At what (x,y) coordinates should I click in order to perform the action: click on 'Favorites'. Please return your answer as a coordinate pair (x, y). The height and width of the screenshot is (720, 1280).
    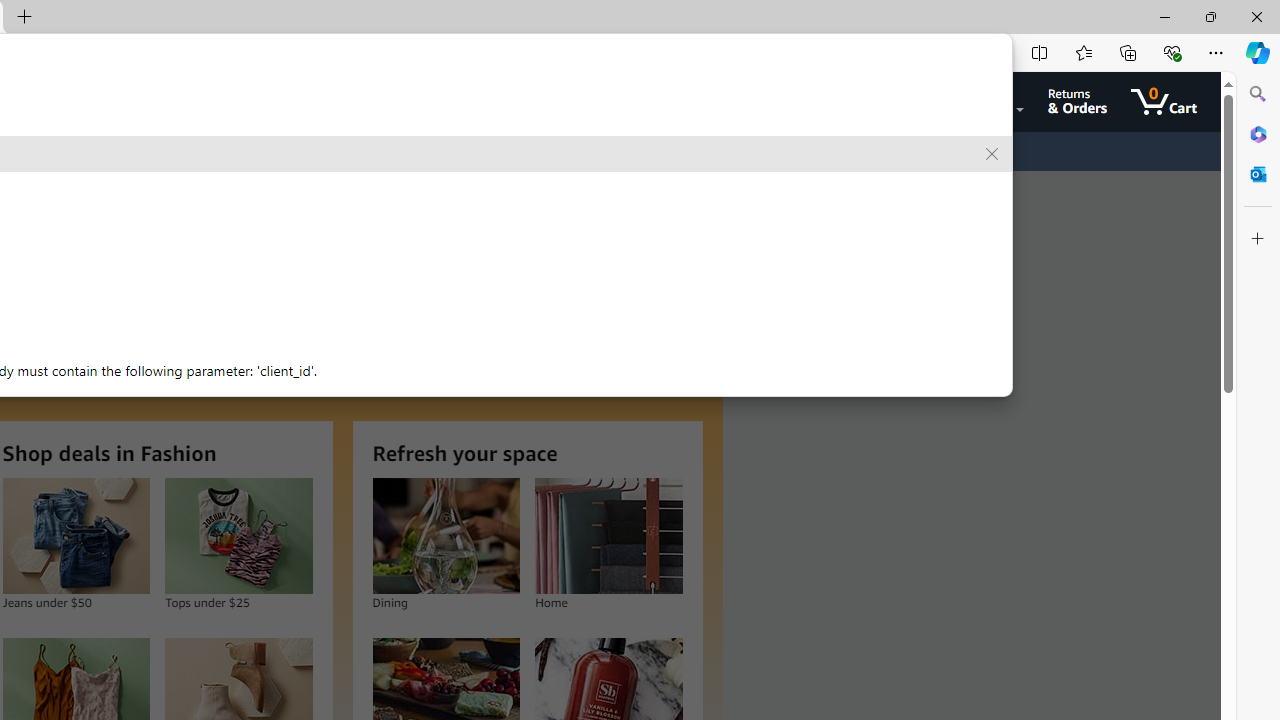
    Looking at the image, I should click on (1082, 51).